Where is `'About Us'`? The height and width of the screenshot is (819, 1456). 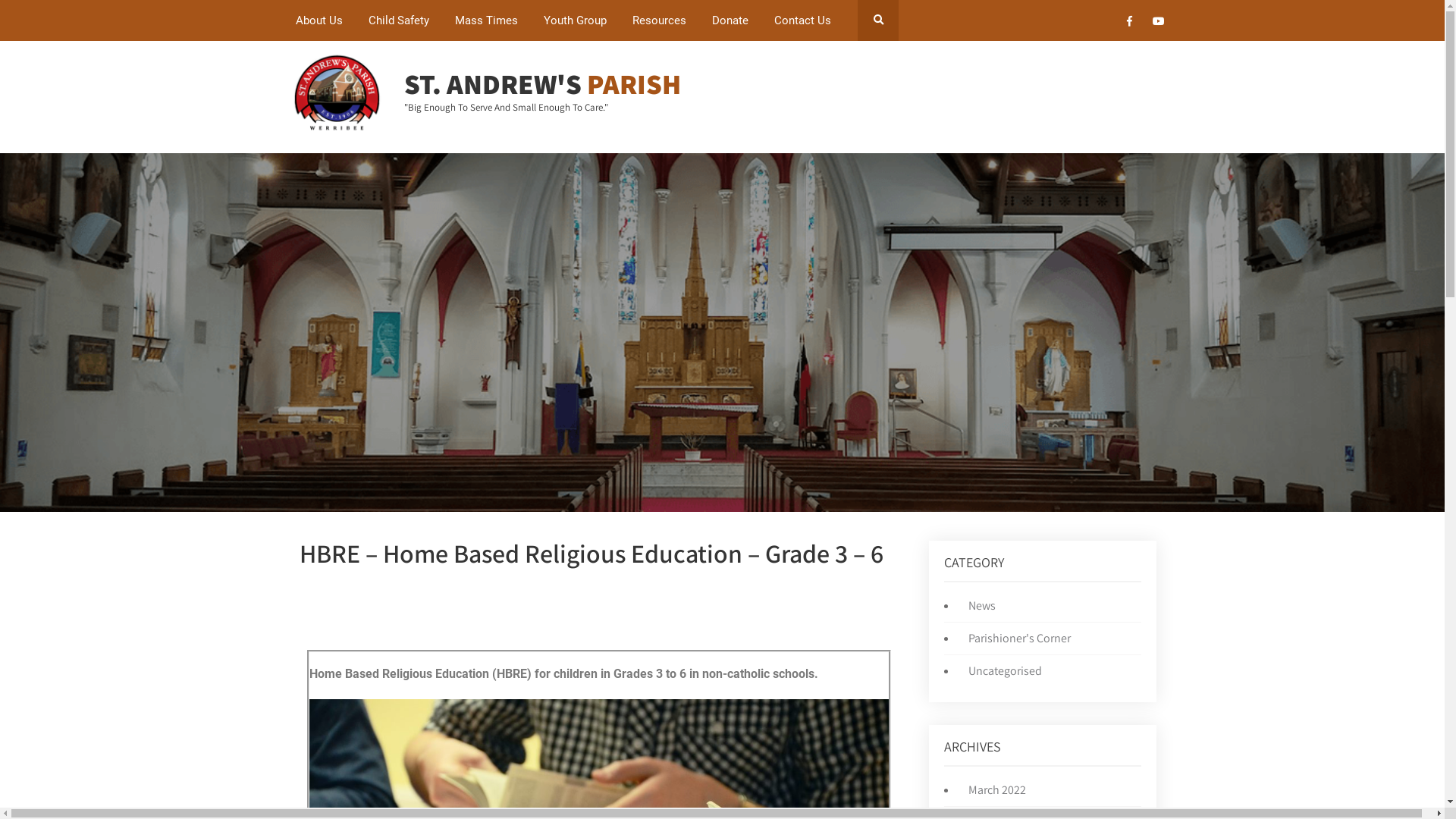
'About Us' is located at coordinates (318, 20).